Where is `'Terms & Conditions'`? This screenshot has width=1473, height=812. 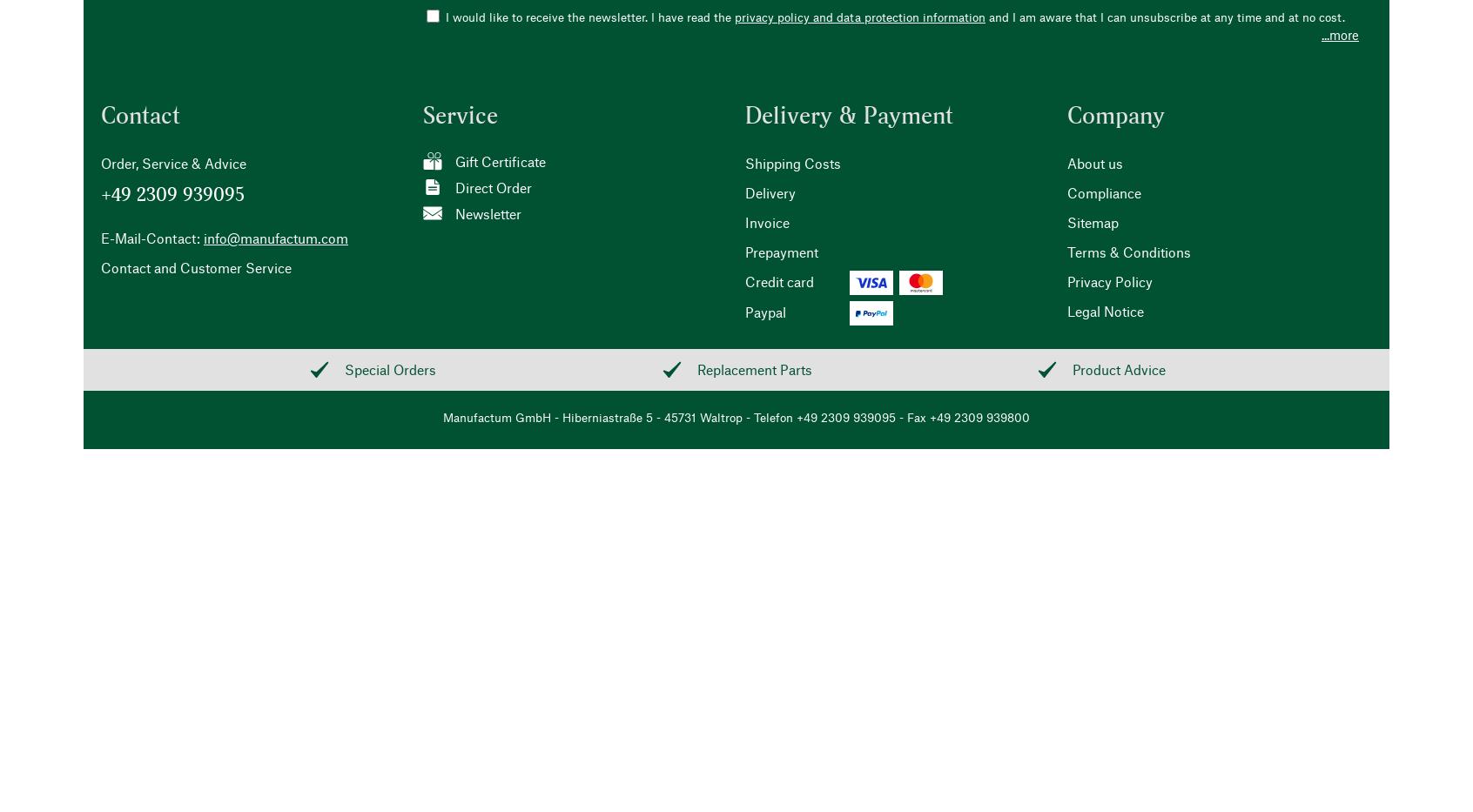 'Terms & Conditions' is located at coordinates (1127, 251).